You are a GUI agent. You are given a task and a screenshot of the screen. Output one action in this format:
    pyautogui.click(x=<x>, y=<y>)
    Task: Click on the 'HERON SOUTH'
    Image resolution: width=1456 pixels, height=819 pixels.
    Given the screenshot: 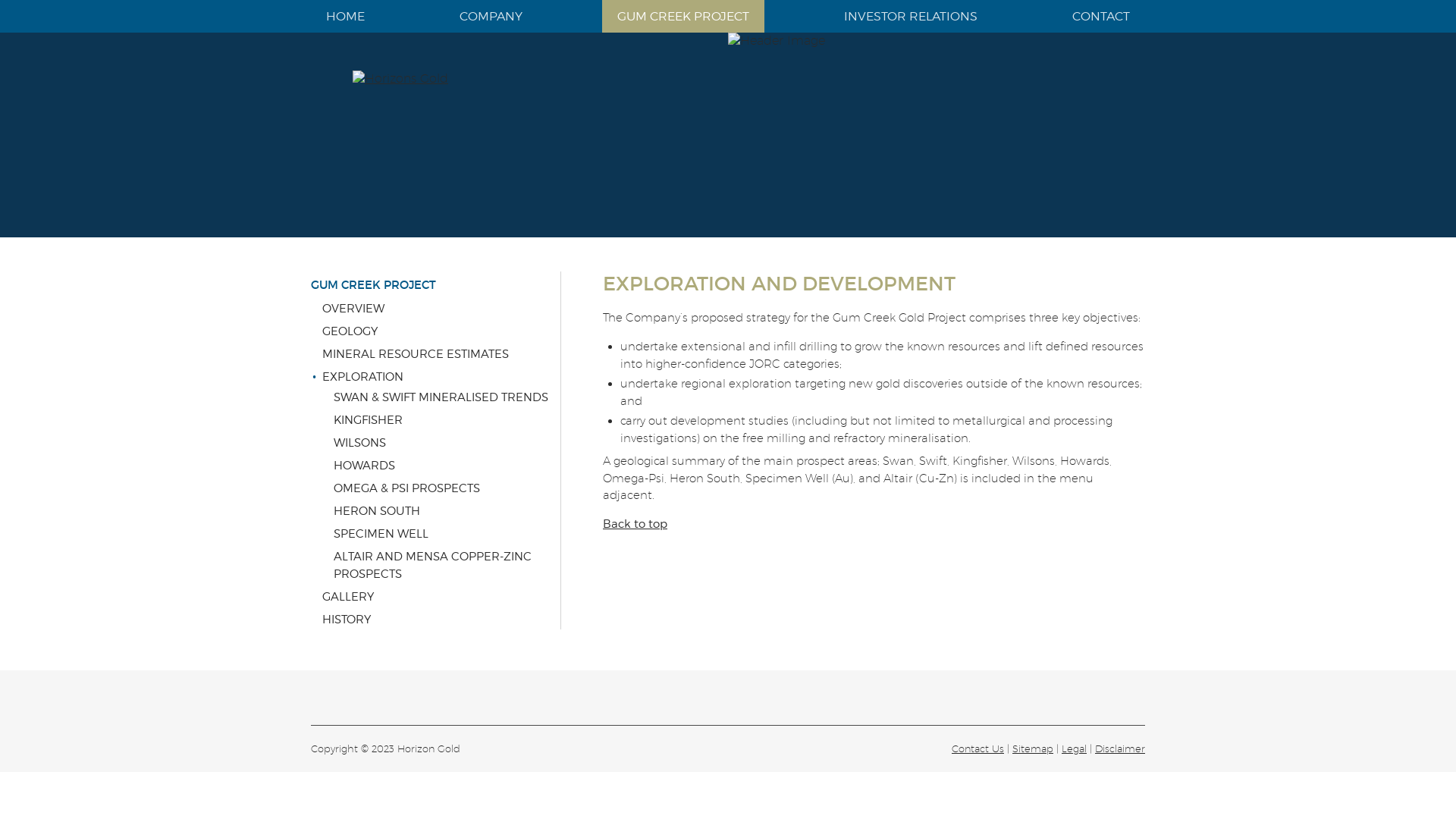 What is the action you would take?
    pyautogui.click(x=333, y=510)
    